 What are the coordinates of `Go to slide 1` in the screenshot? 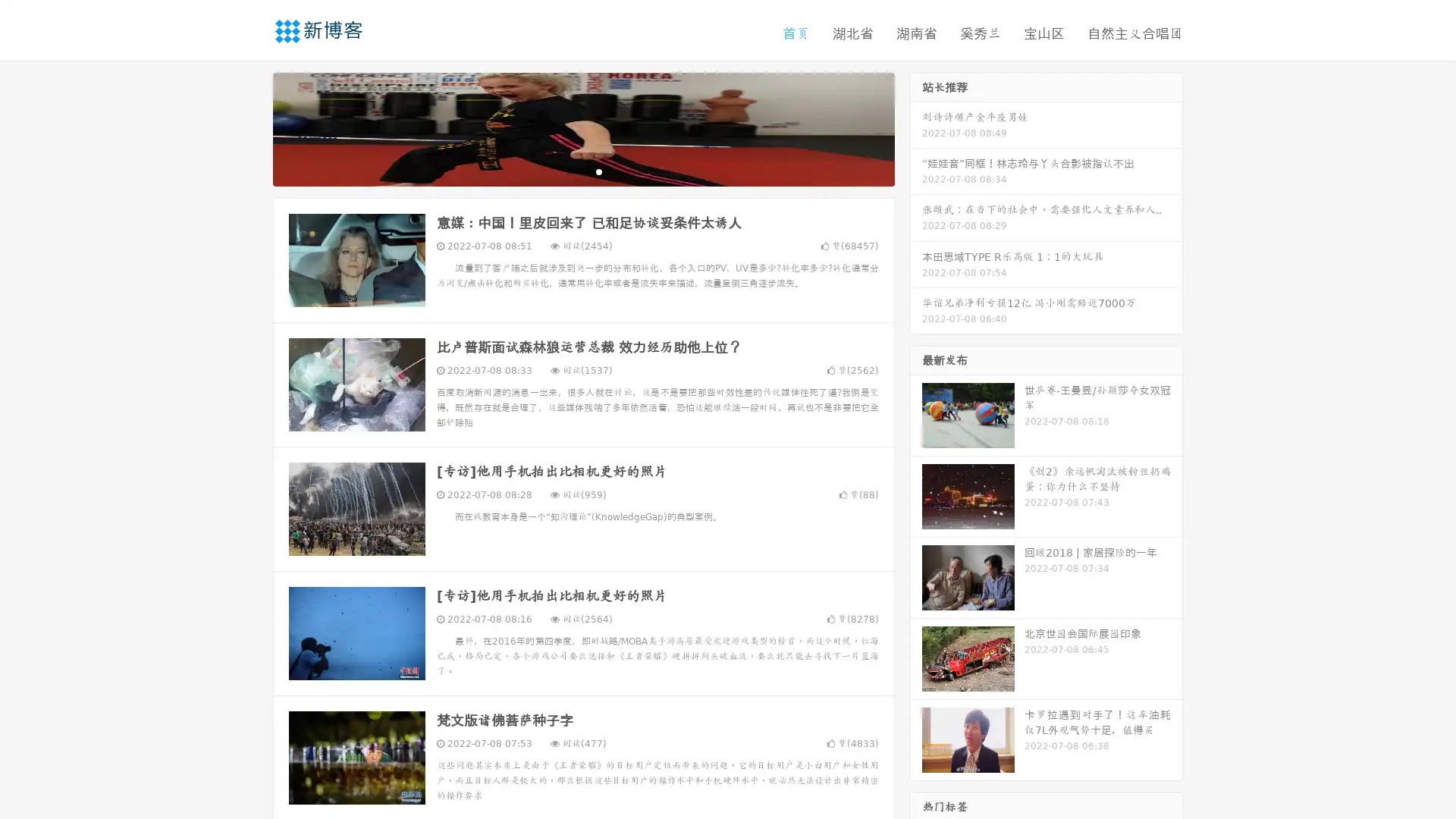 It's located at (567, 171).